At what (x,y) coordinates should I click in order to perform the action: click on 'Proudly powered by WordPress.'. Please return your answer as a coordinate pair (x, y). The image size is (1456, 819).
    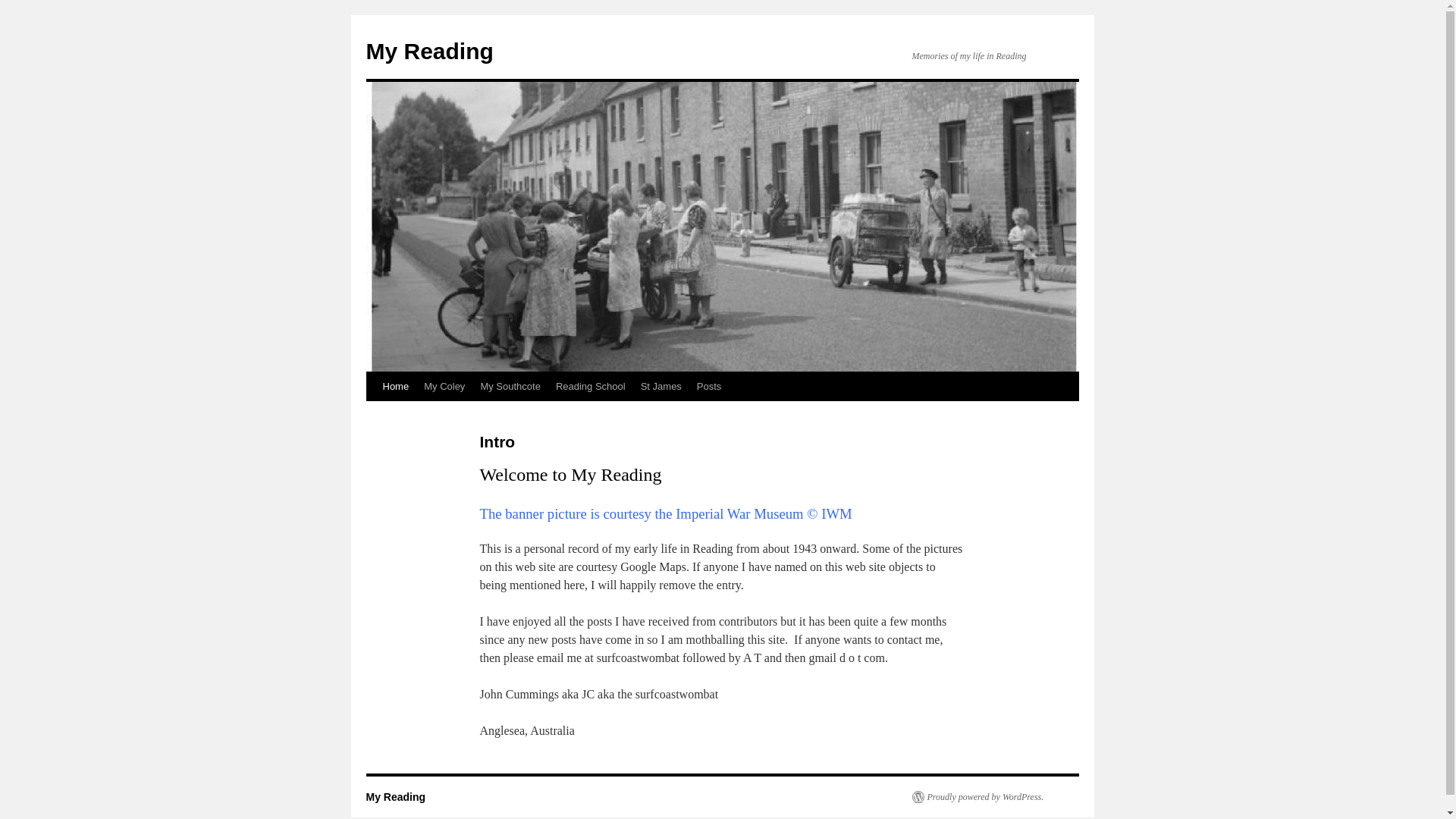
    Looking at the image, I should click on (977, 795).